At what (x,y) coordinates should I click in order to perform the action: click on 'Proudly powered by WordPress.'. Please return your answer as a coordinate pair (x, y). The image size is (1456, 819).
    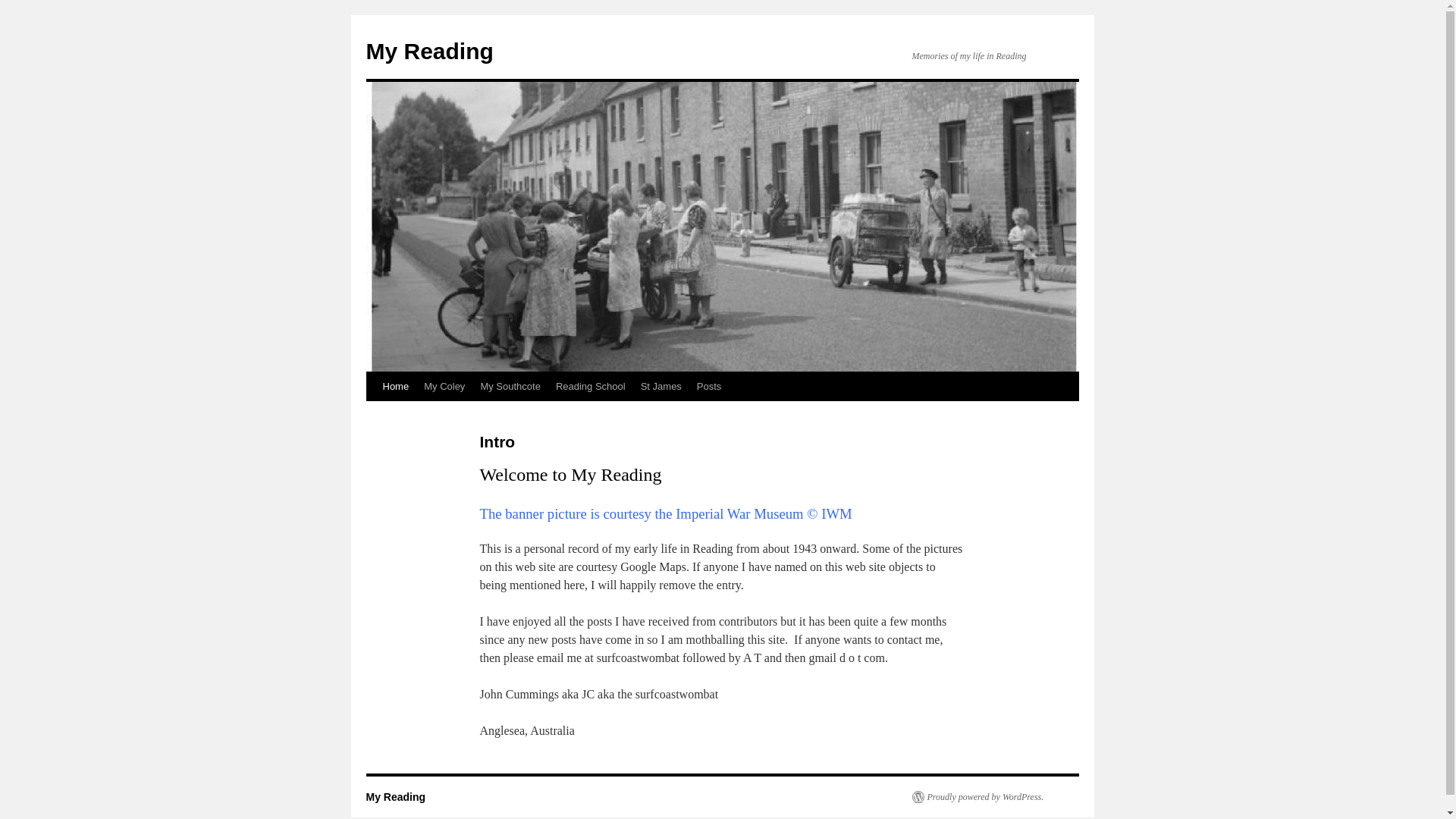
    Looking at the image, I should click on (977, 795).